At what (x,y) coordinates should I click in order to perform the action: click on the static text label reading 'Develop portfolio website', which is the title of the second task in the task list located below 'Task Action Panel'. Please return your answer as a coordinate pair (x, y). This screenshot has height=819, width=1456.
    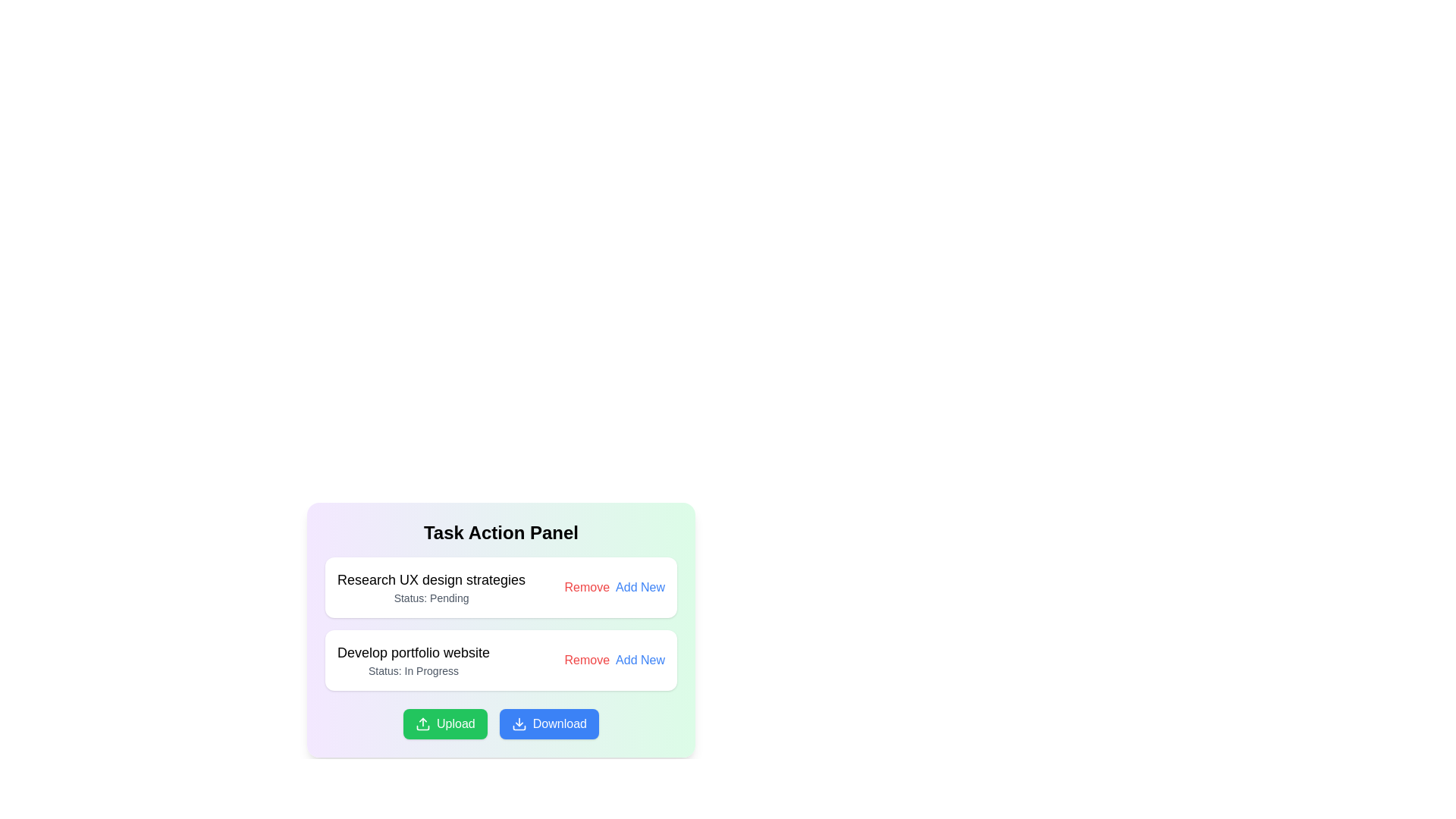
    Looking at the image, I should click on (413, 651).